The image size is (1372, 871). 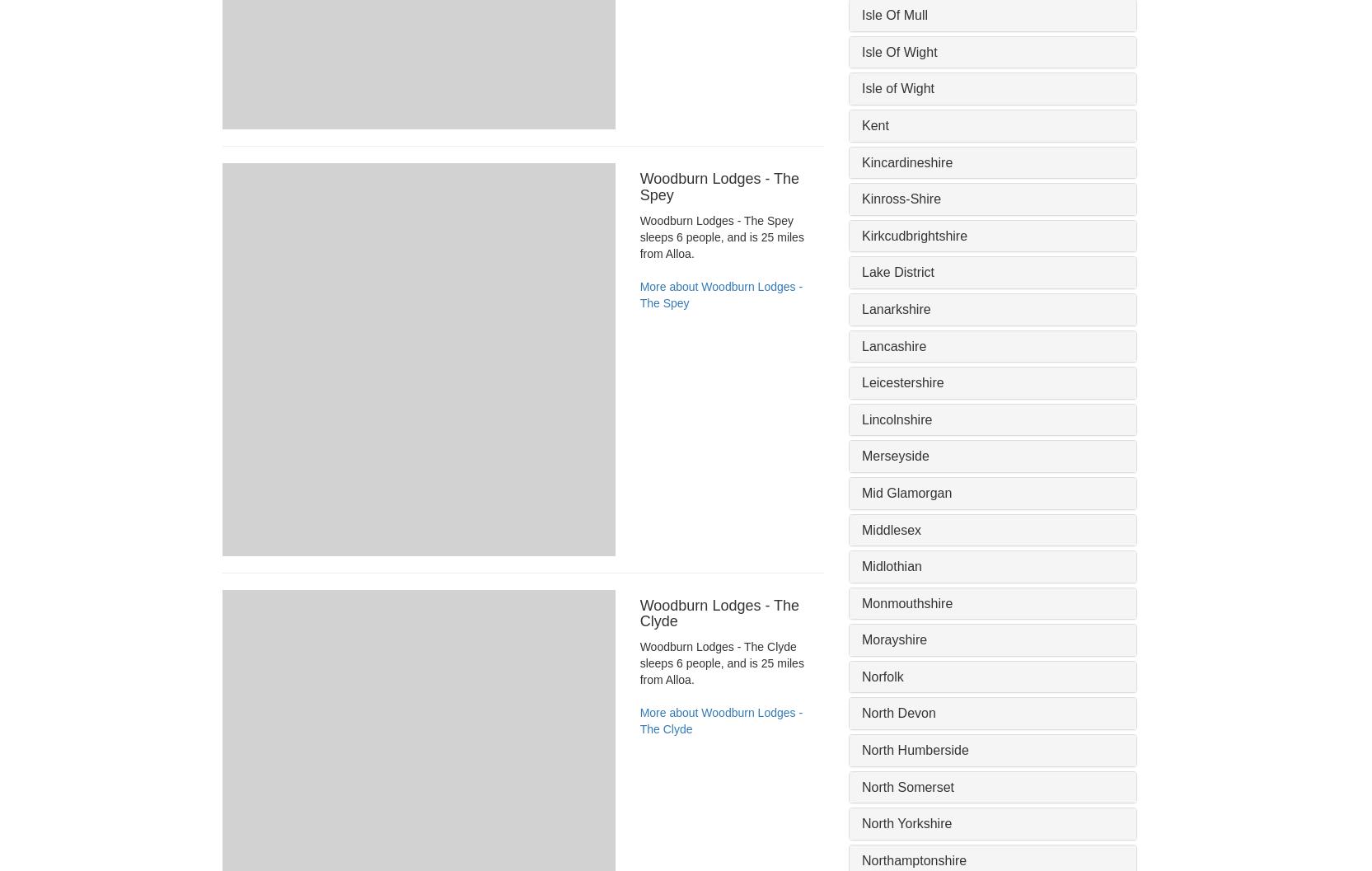 What do you see at coordinates (907, 602) in the screenshot?
I see `'Monmouthshire'` at bounding box center [907, 602].